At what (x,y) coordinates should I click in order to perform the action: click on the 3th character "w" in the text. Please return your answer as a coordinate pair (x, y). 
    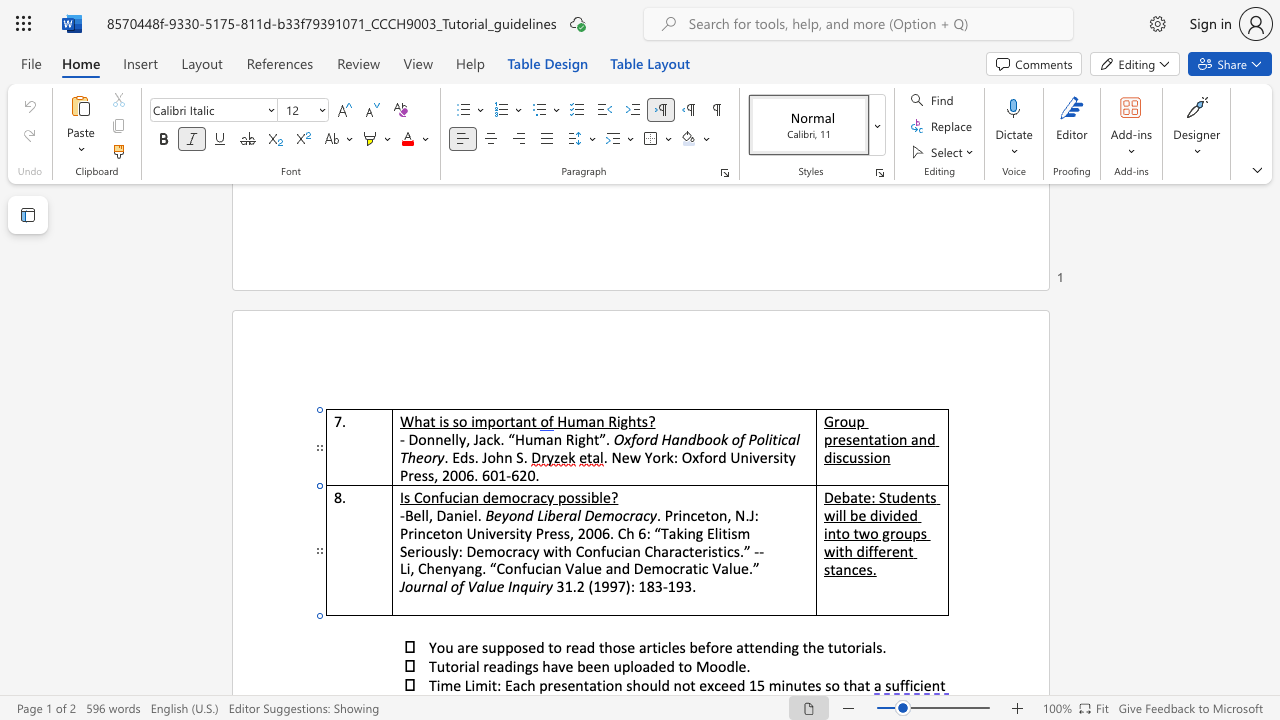
    Looking at the image, I should click on (829, 551).